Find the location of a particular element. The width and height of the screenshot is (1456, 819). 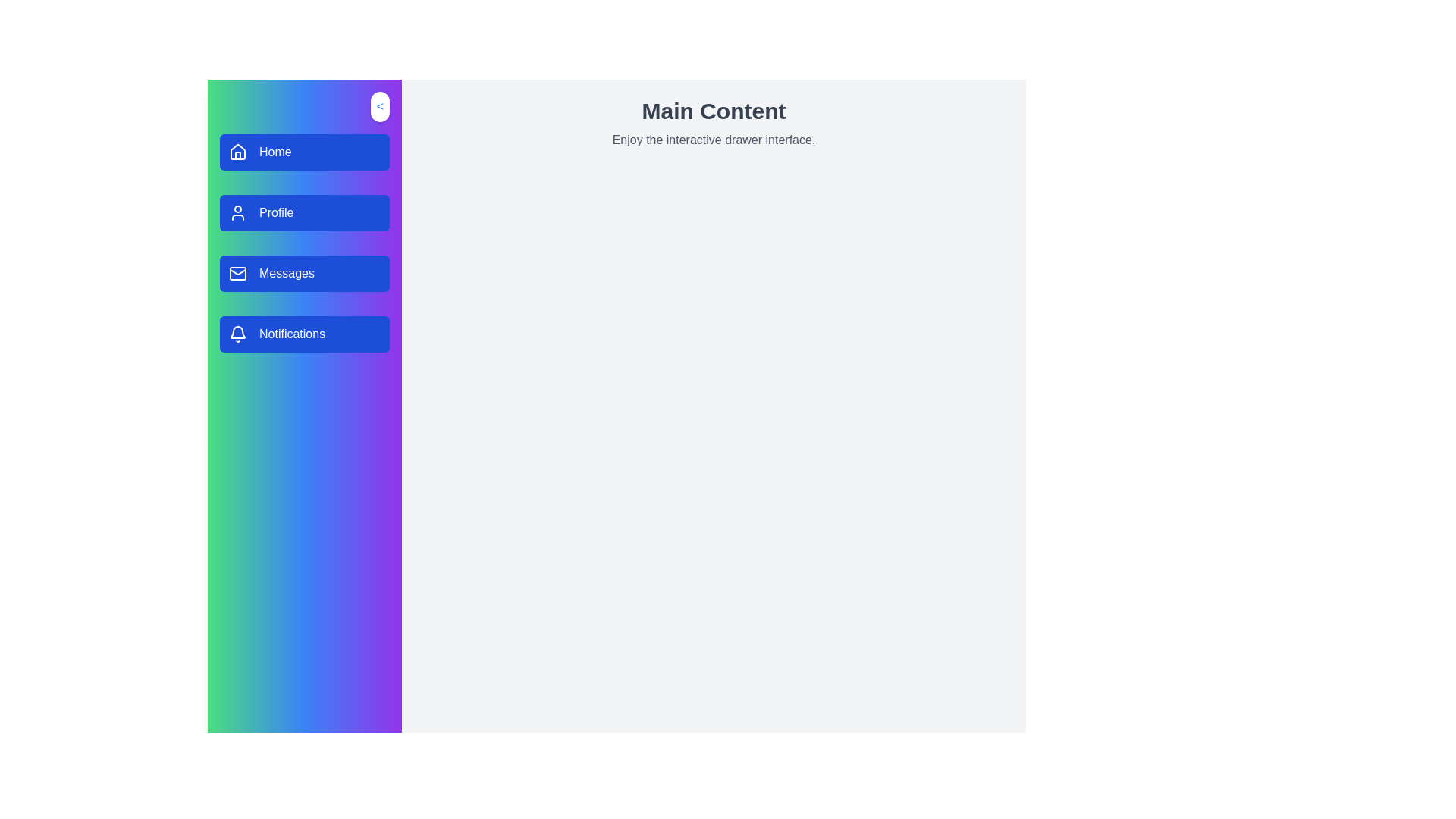

the envelope icon, which visually represents the 'Messages' button is located at coordinates (237, 271).